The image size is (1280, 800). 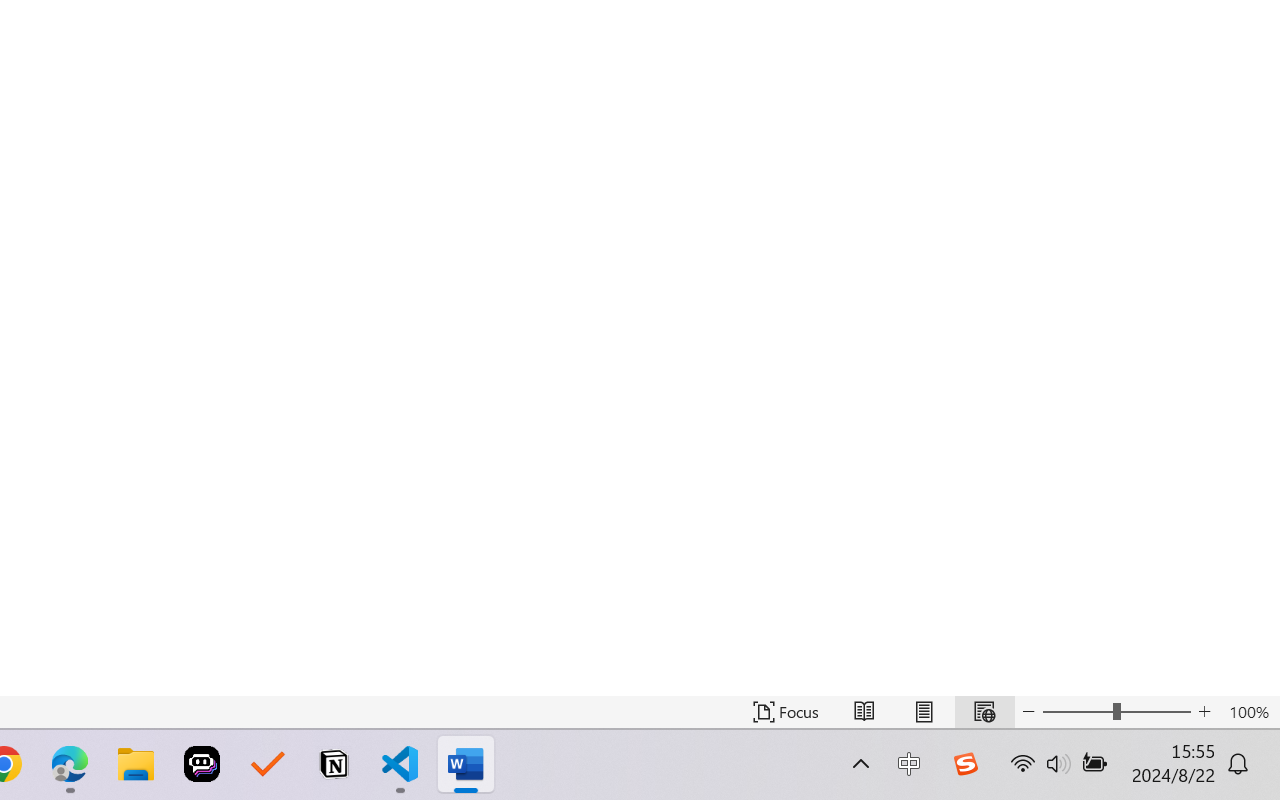 I want to click on 'Class: Image', so click(x=965, y=764).